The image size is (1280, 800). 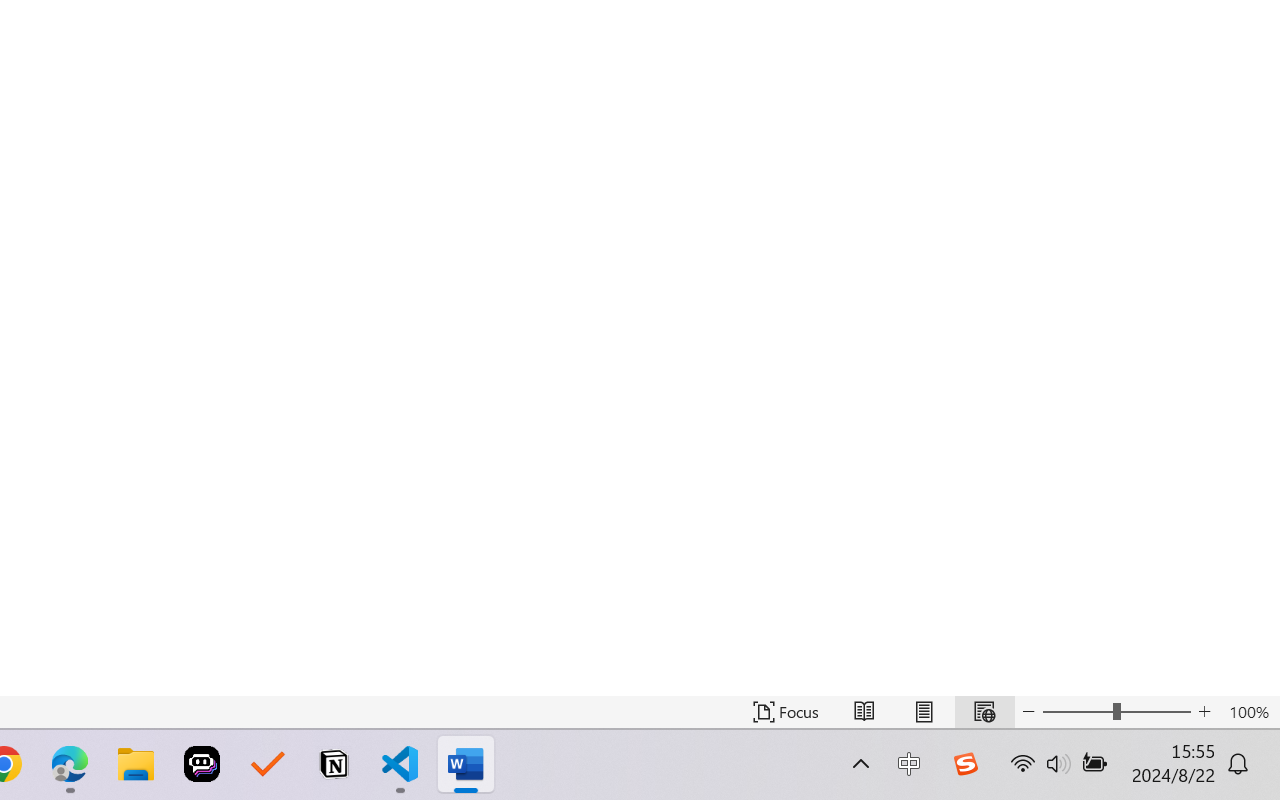 I want to click on 'Class: Image', so click(x=965, y=764).